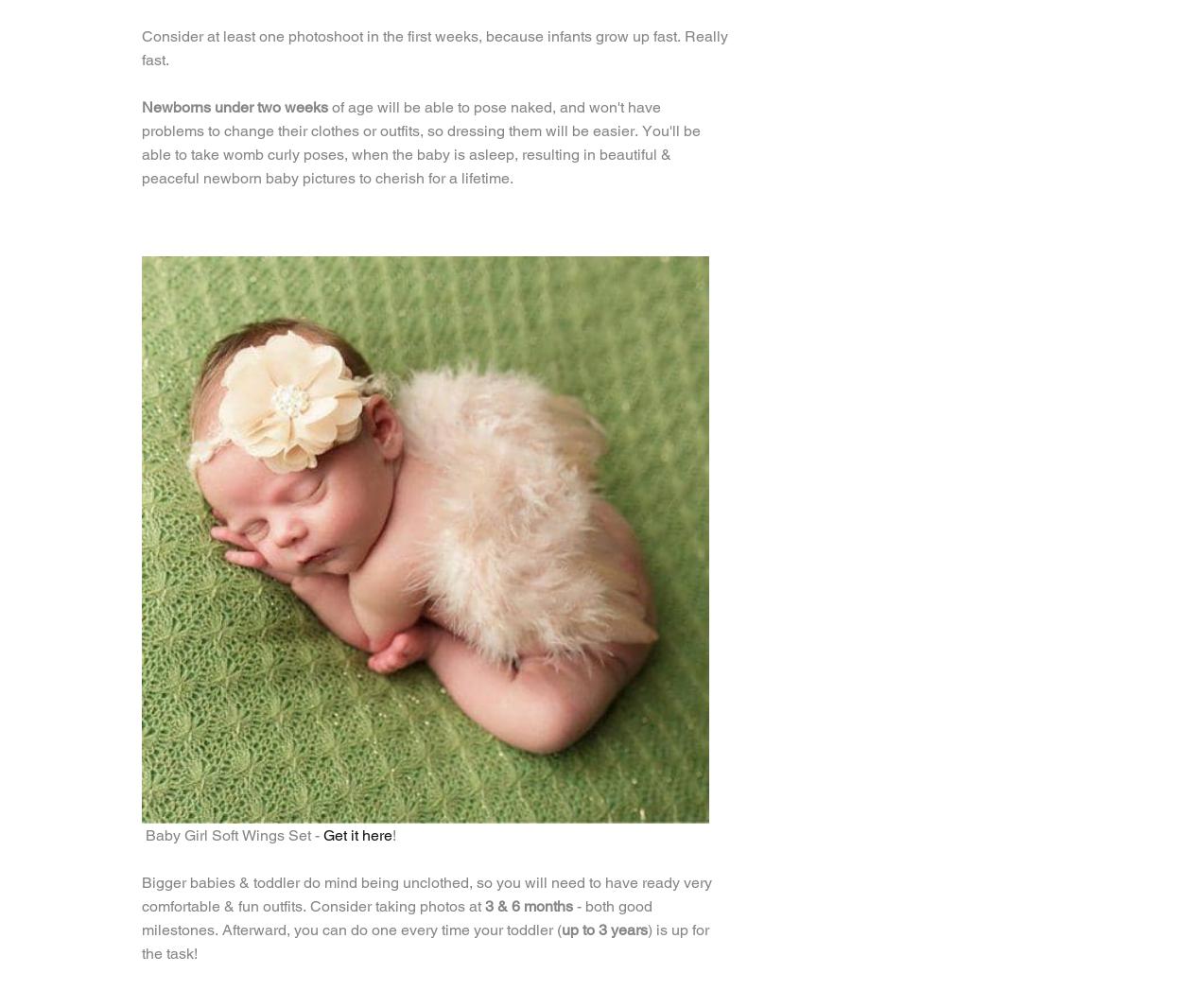 This screenshot has width=1182, height=1008. I want to click on '3 & 6 months', so click(529, 906).